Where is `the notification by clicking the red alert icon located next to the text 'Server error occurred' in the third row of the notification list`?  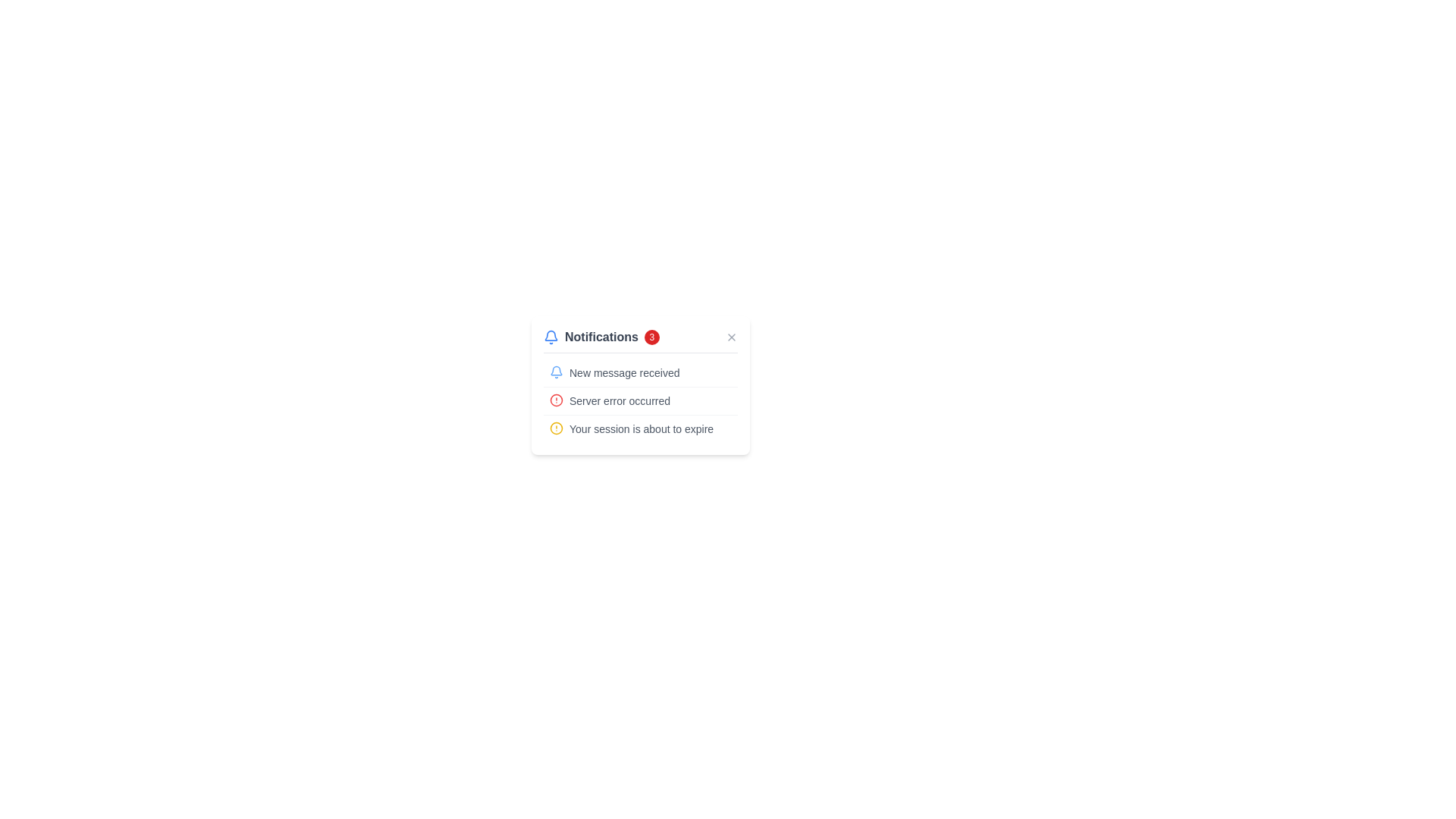 the notification by clicking the red alert icon located next to the text 'Server error occurred' in the third row of the notification list is located at coordinates (556, 400).